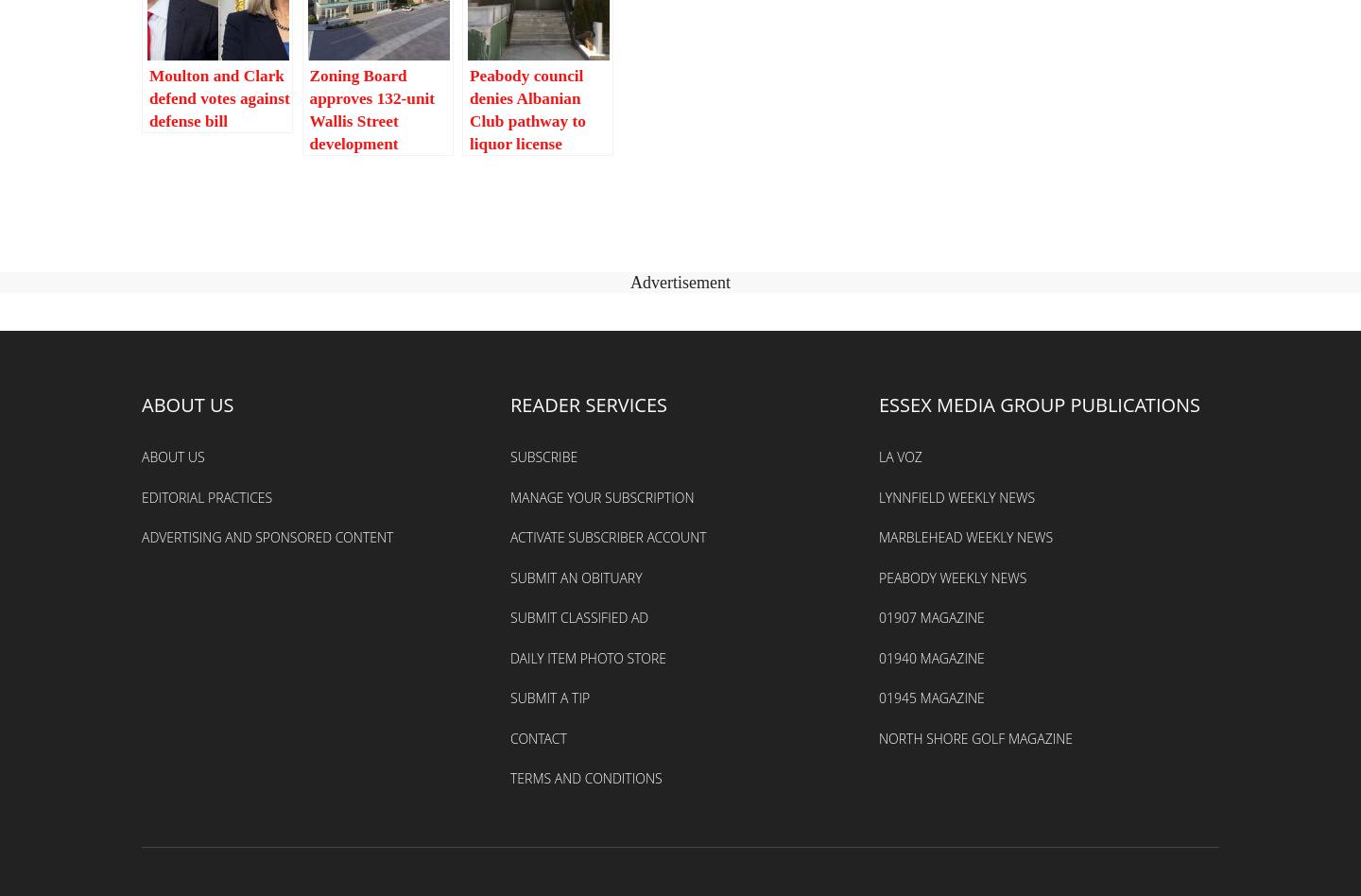 Image resolution: width=1361 pixels, height=896 pixels. I want to click on '01907 Magazine', so click(930, 616).